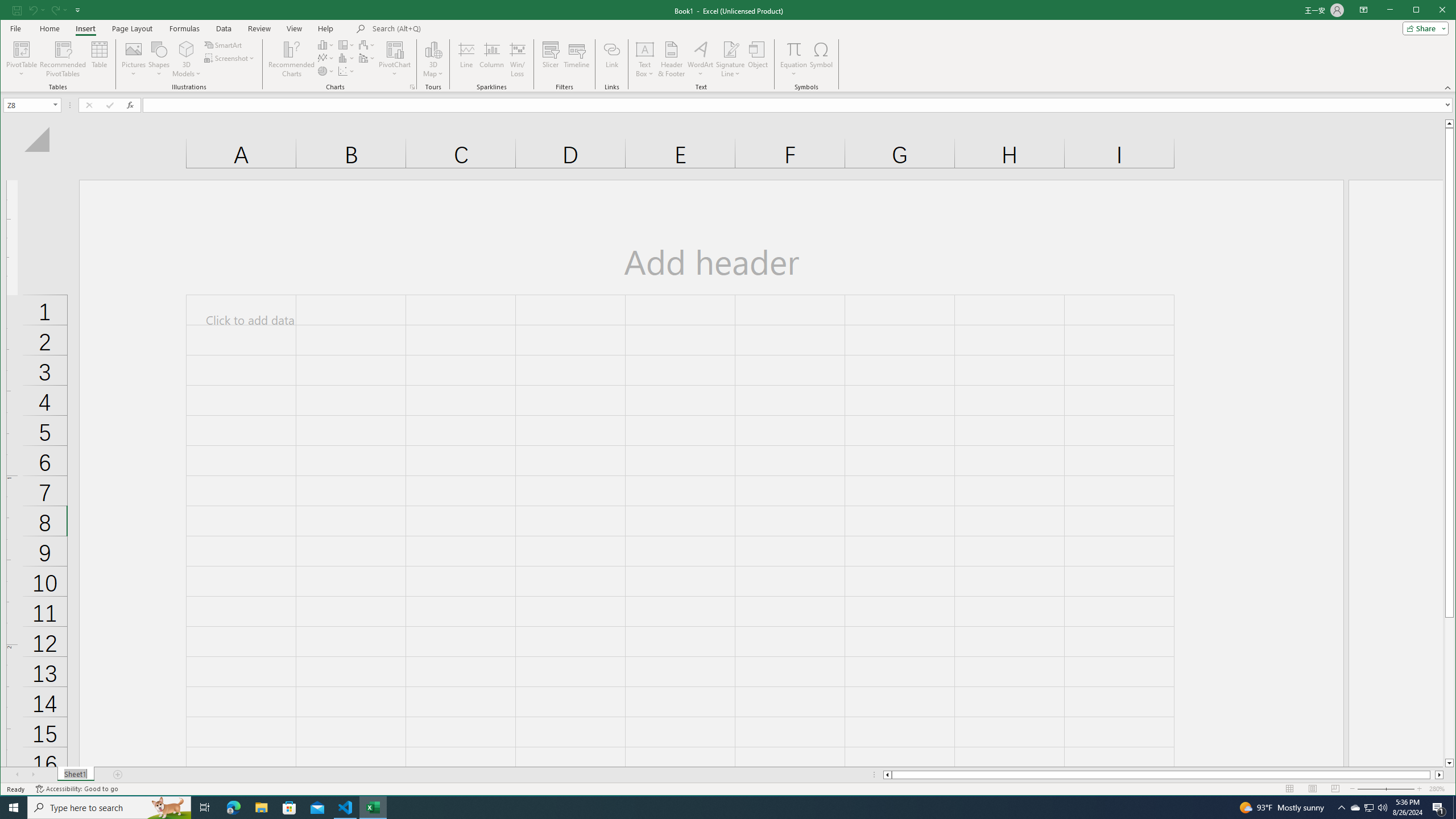 The image size is (1456, 819). I want to click on 'Slicer...', so click(549, 59).